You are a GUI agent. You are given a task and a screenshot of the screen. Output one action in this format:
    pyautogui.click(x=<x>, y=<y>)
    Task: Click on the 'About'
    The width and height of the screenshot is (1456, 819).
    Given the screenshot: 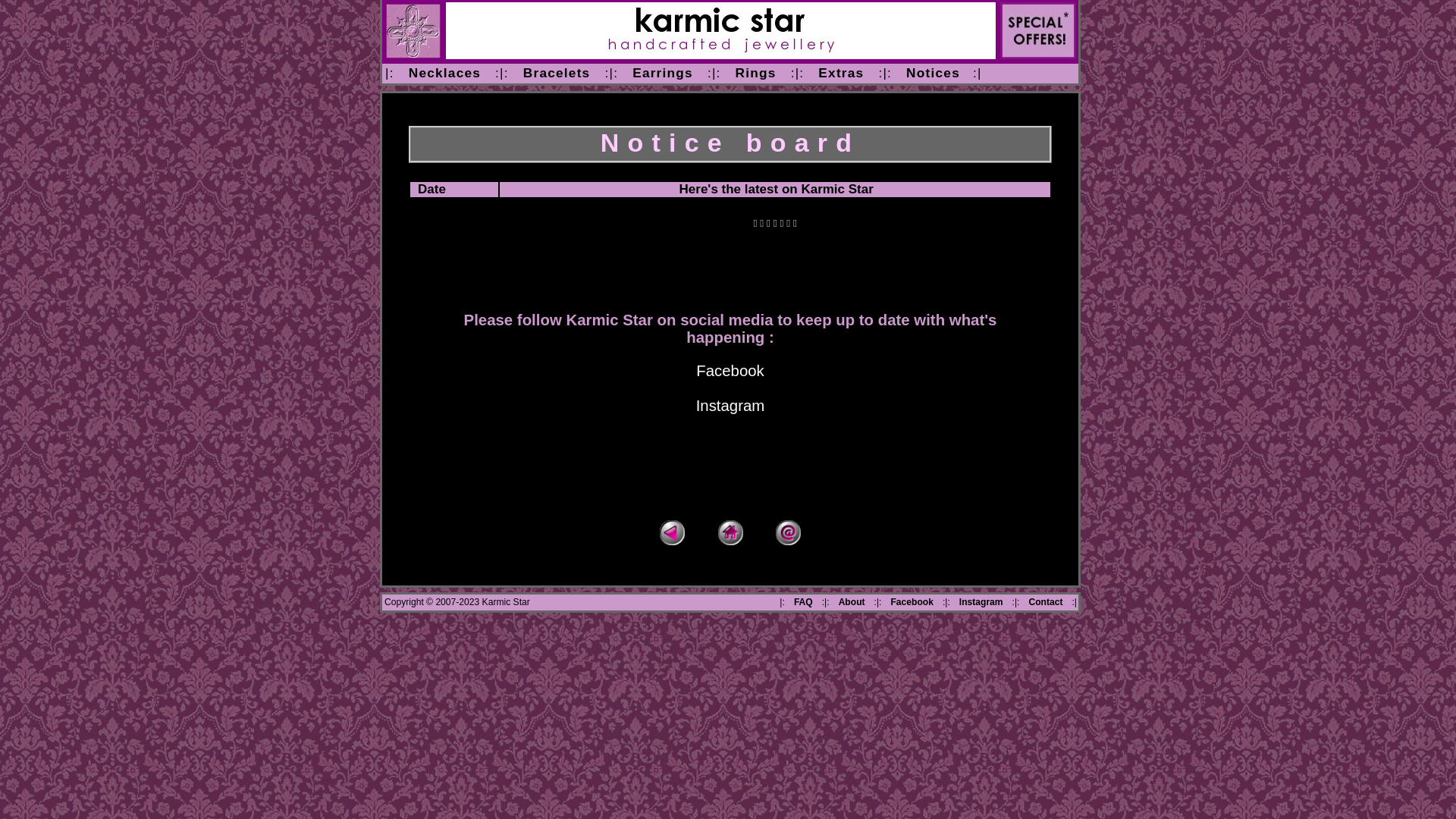 What is the action you would take?
    pyautogui.click(x=837, y=601)
    